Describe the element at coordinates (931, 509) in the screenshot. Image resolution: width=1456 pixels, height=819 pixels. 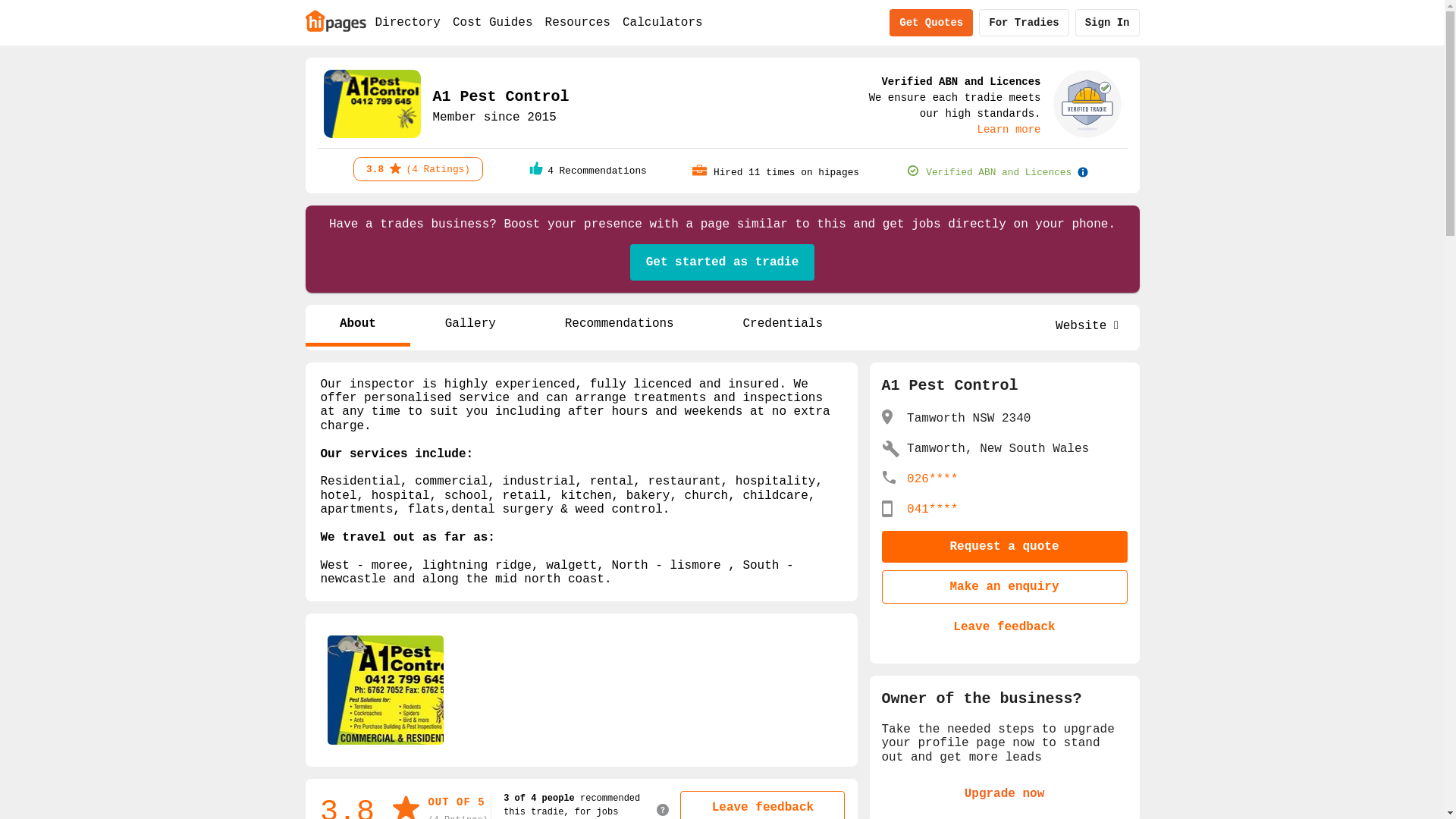
I see `'041****'` at that location.